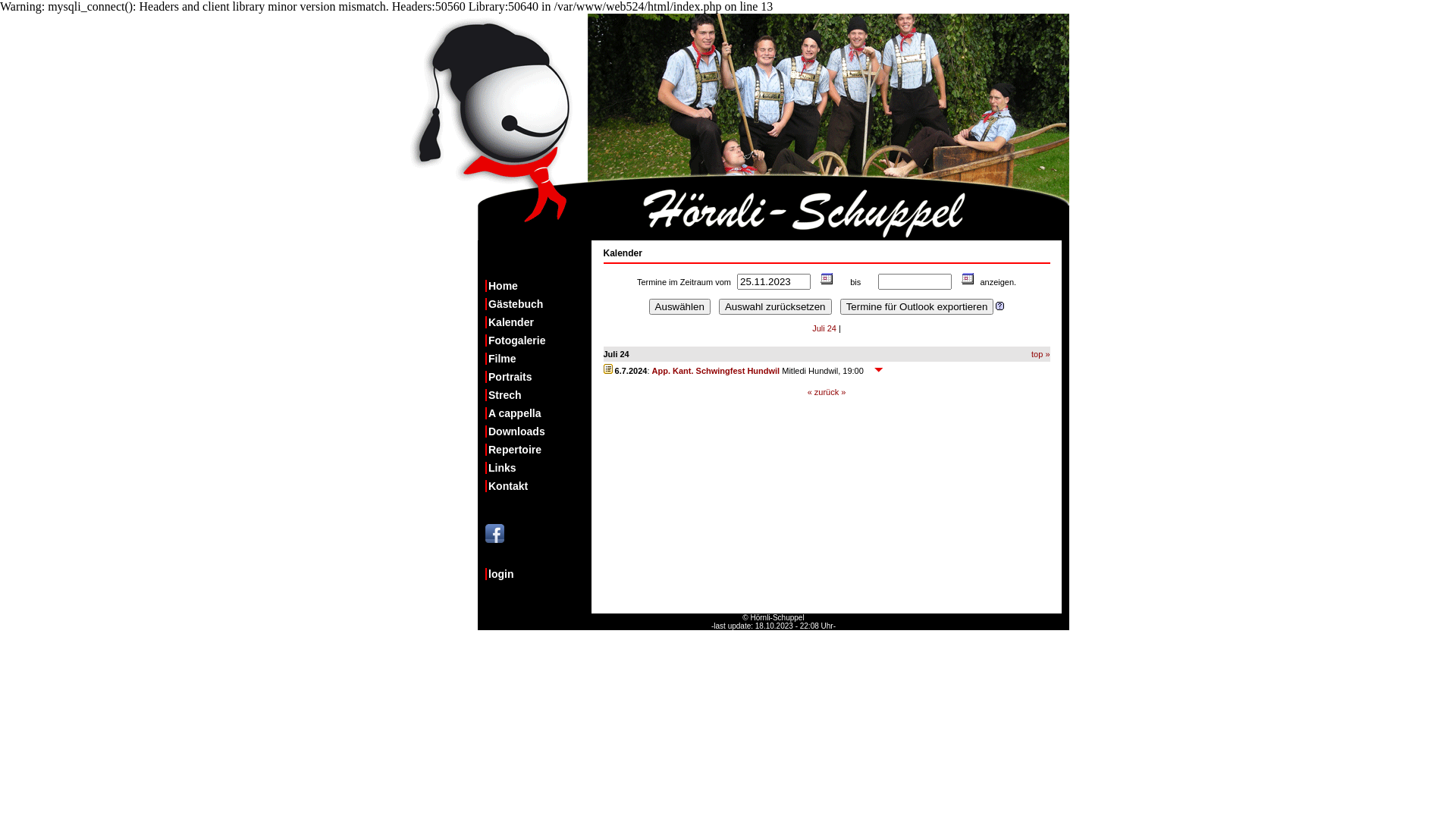 The image size is (1456, 819). I want to click on 'Links', so click(538, 467).